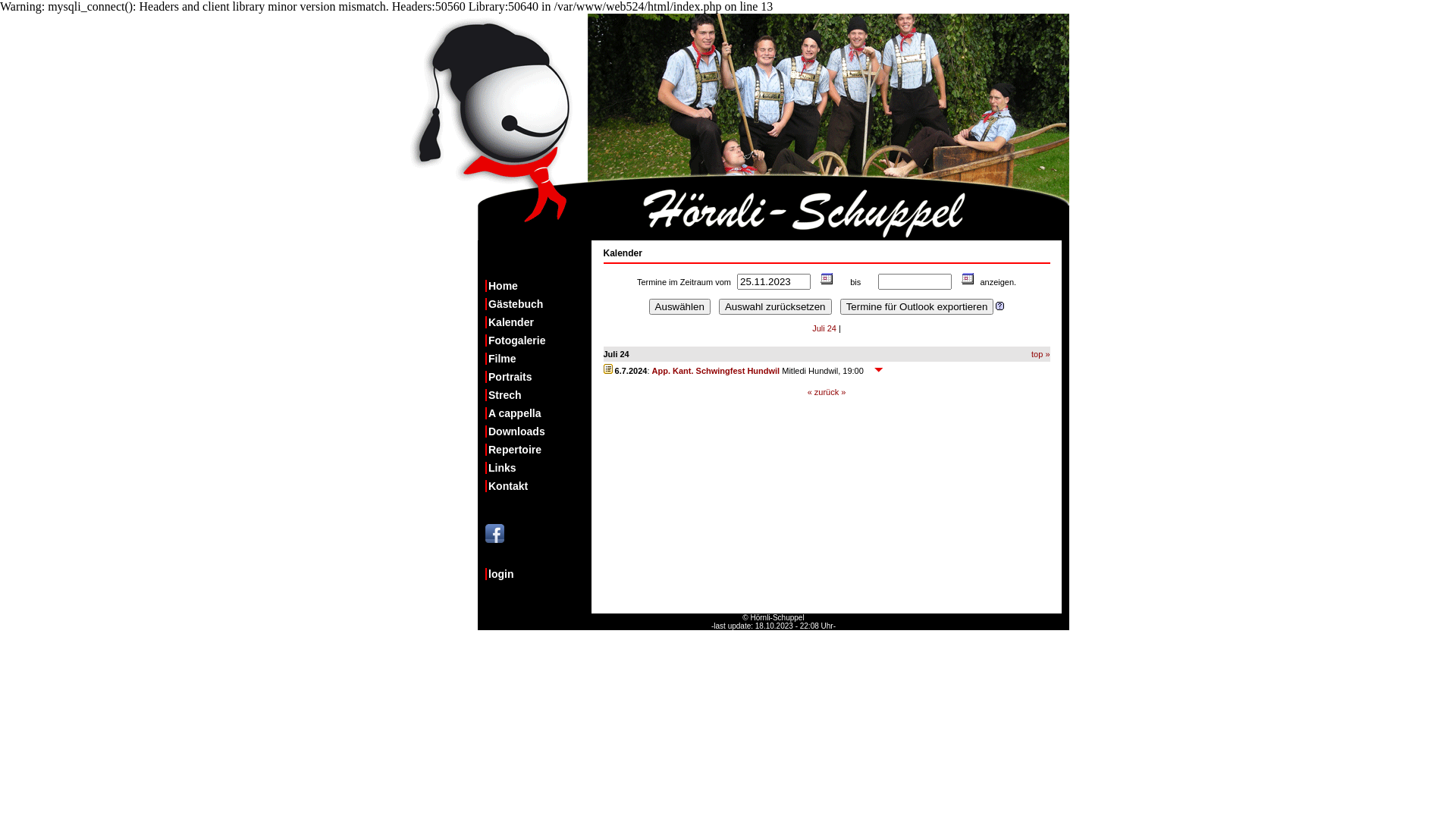 The image size is (1456, 819). I want to click on 'Links', so click(538, 467).